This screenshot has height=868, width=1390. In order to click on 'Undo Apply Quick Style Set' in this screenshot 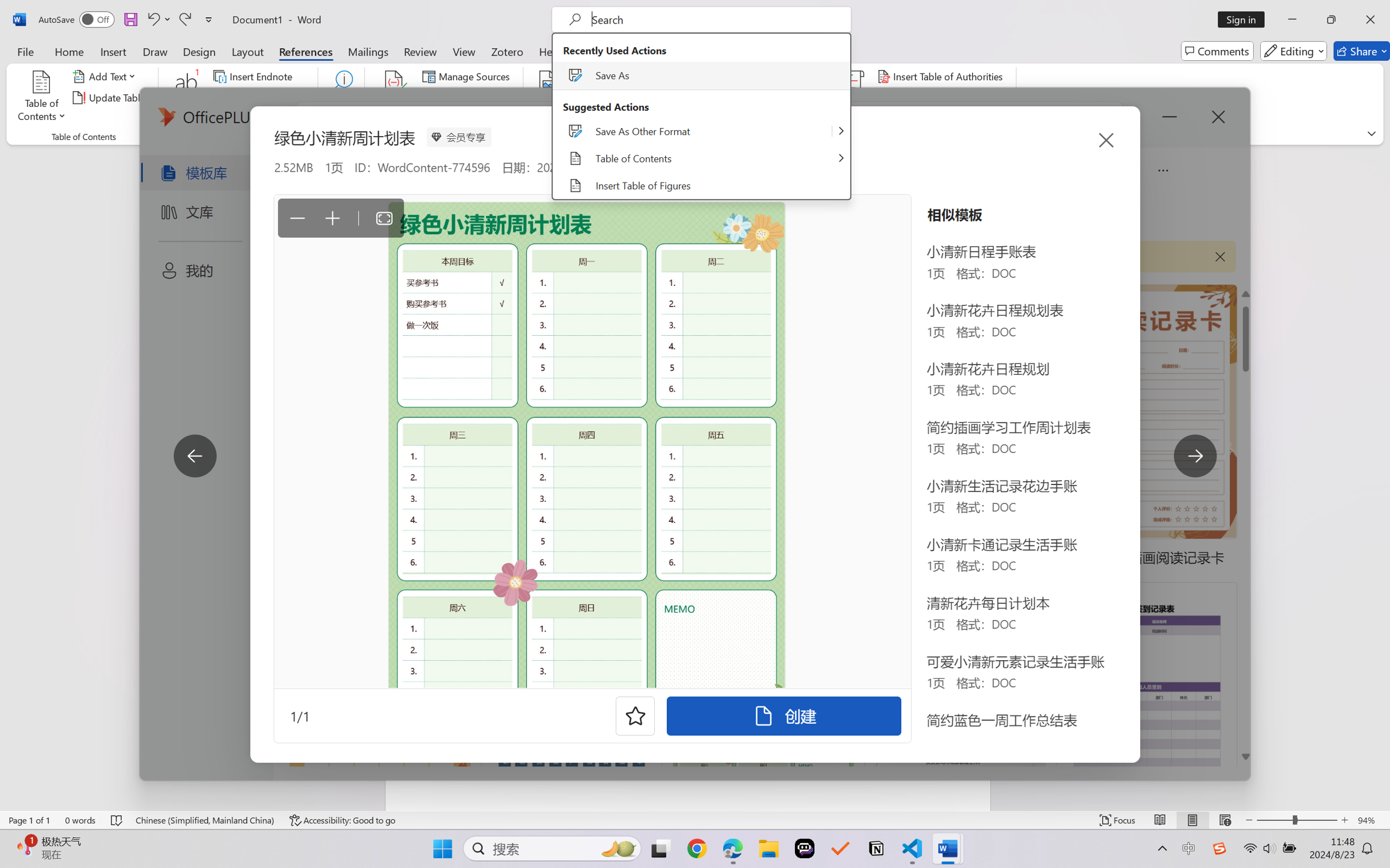, I will do `click(157, 19)`.